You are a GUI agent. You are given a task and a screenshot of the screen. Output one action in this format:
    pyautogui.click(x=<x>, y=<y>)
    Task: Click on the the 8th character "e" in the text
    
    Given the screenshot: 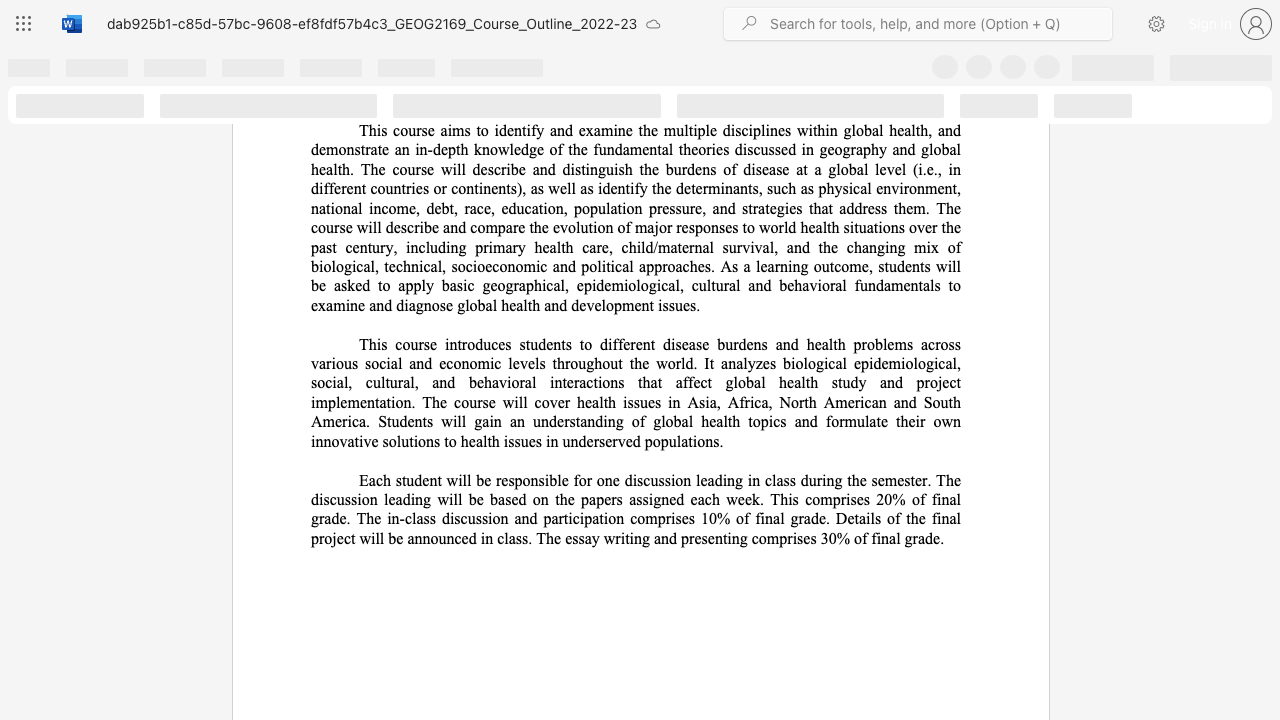 What is the action you would take?
    pyautogui.click(x=448, y=305)
    